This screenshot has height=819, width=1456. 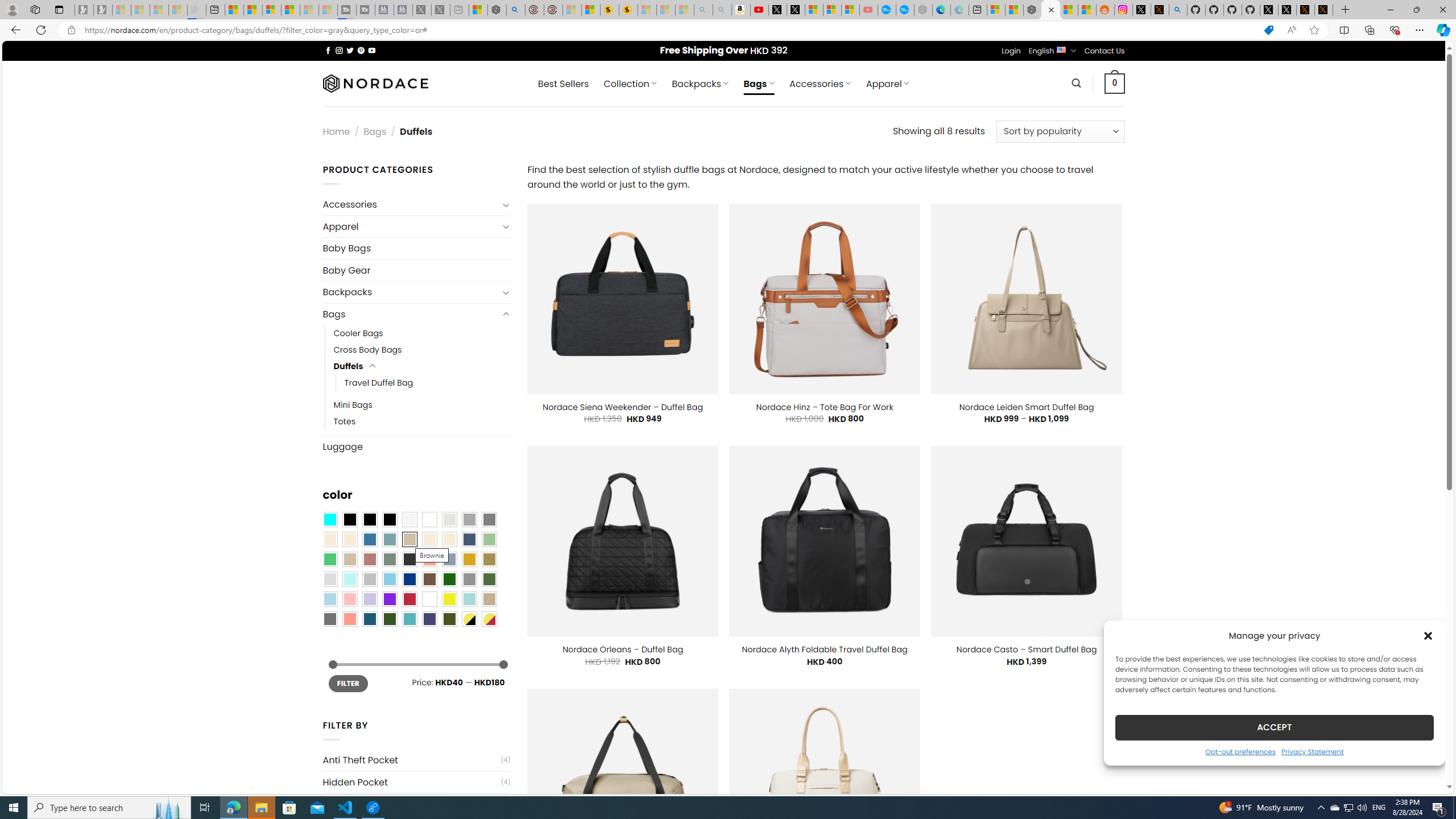 I want to click on 'Capri Blue', so click(x=369, y=618).